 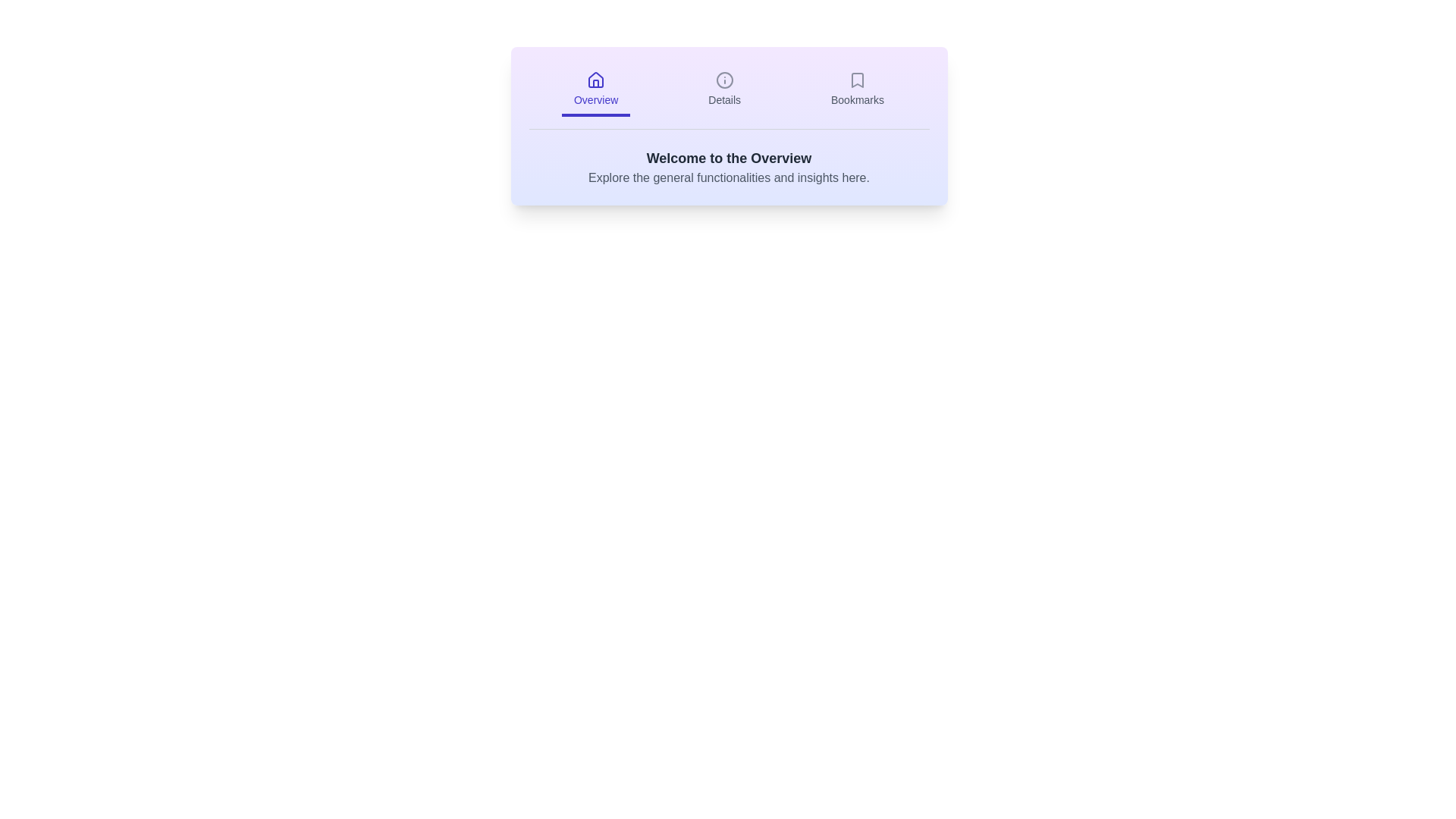 I want to click on the textual informational component located under the navigation tabs labeled 'Overview', 'Details', and 'Bookmarks' in the lower portion of the card-like component, so click(x=729, y=167).